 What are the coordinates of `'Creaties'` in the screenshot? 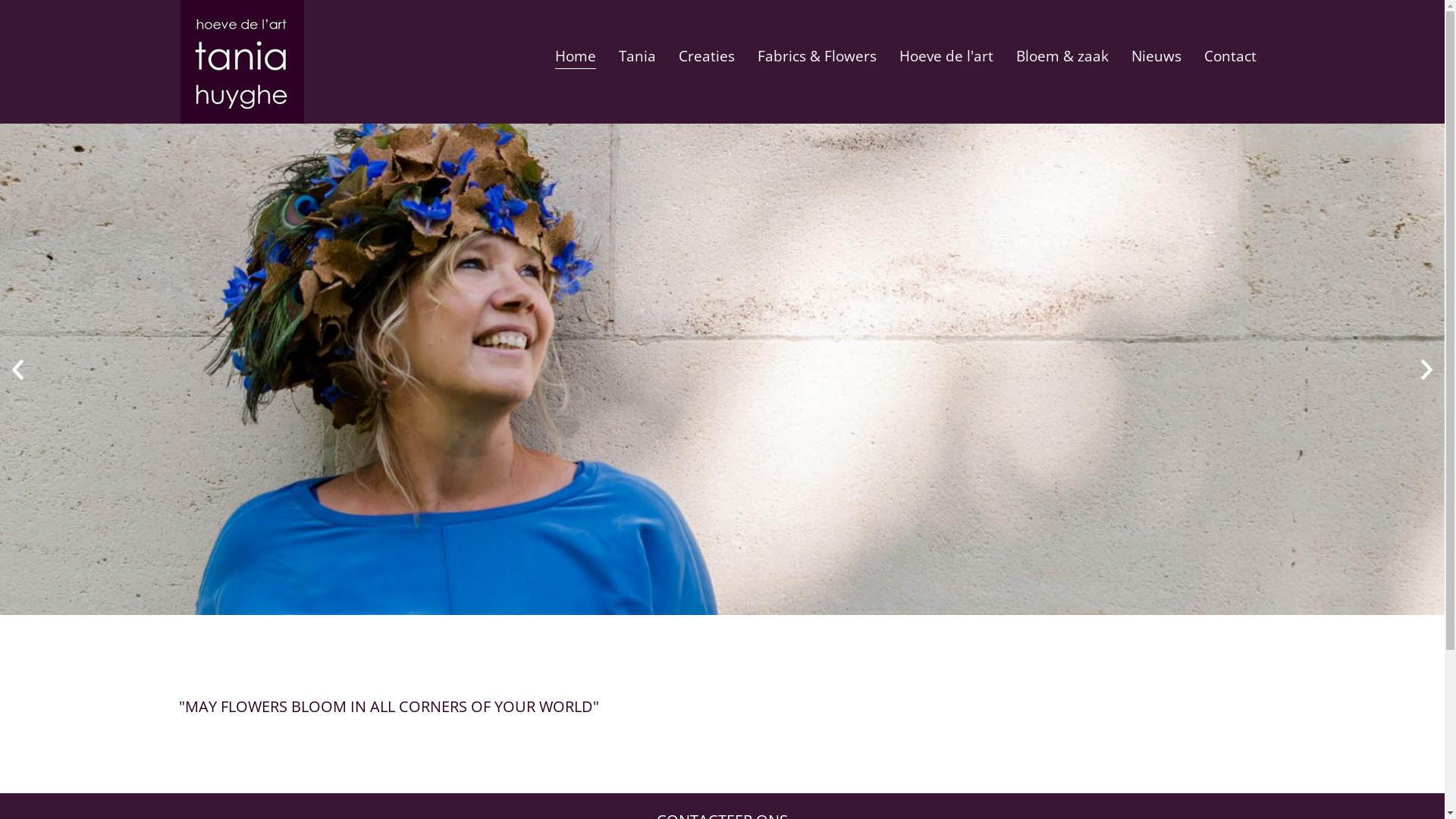 It's located at (705, 53).